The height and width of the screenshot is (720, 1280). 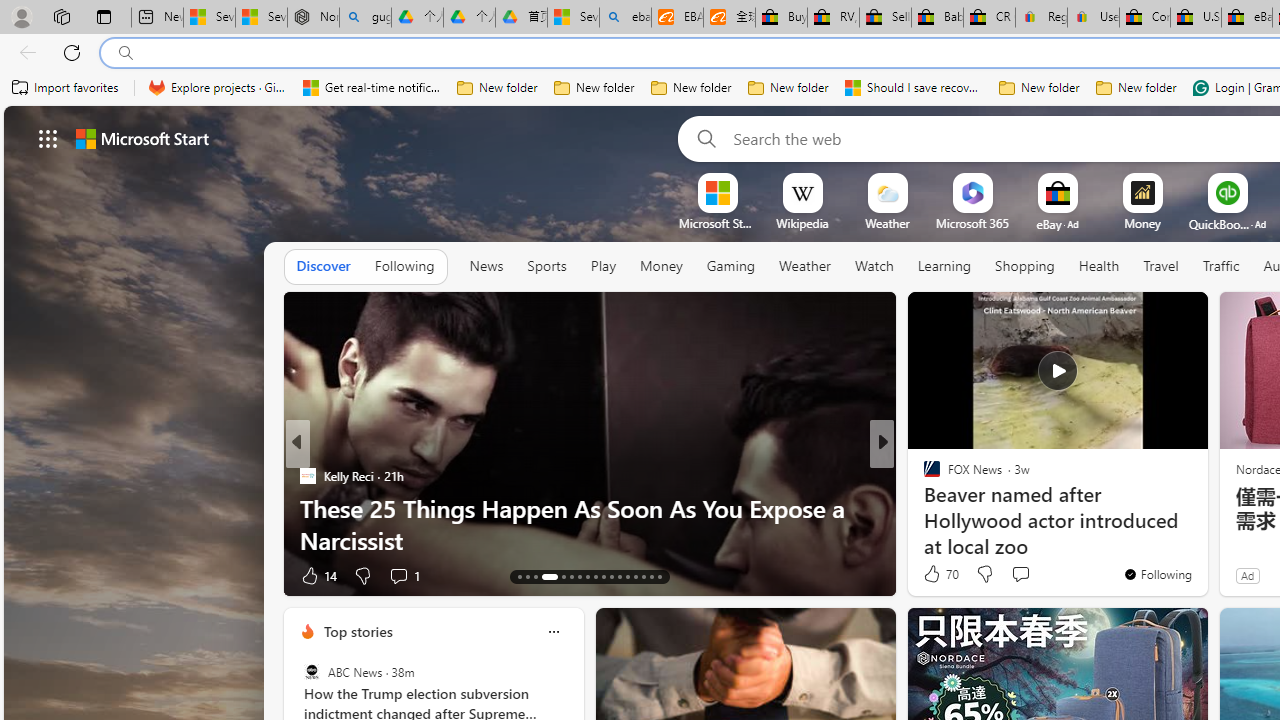 What do you see at coordinates (933, 575) in the screenshot?
I see `'29 Like'` at bounding box center [933, 575].